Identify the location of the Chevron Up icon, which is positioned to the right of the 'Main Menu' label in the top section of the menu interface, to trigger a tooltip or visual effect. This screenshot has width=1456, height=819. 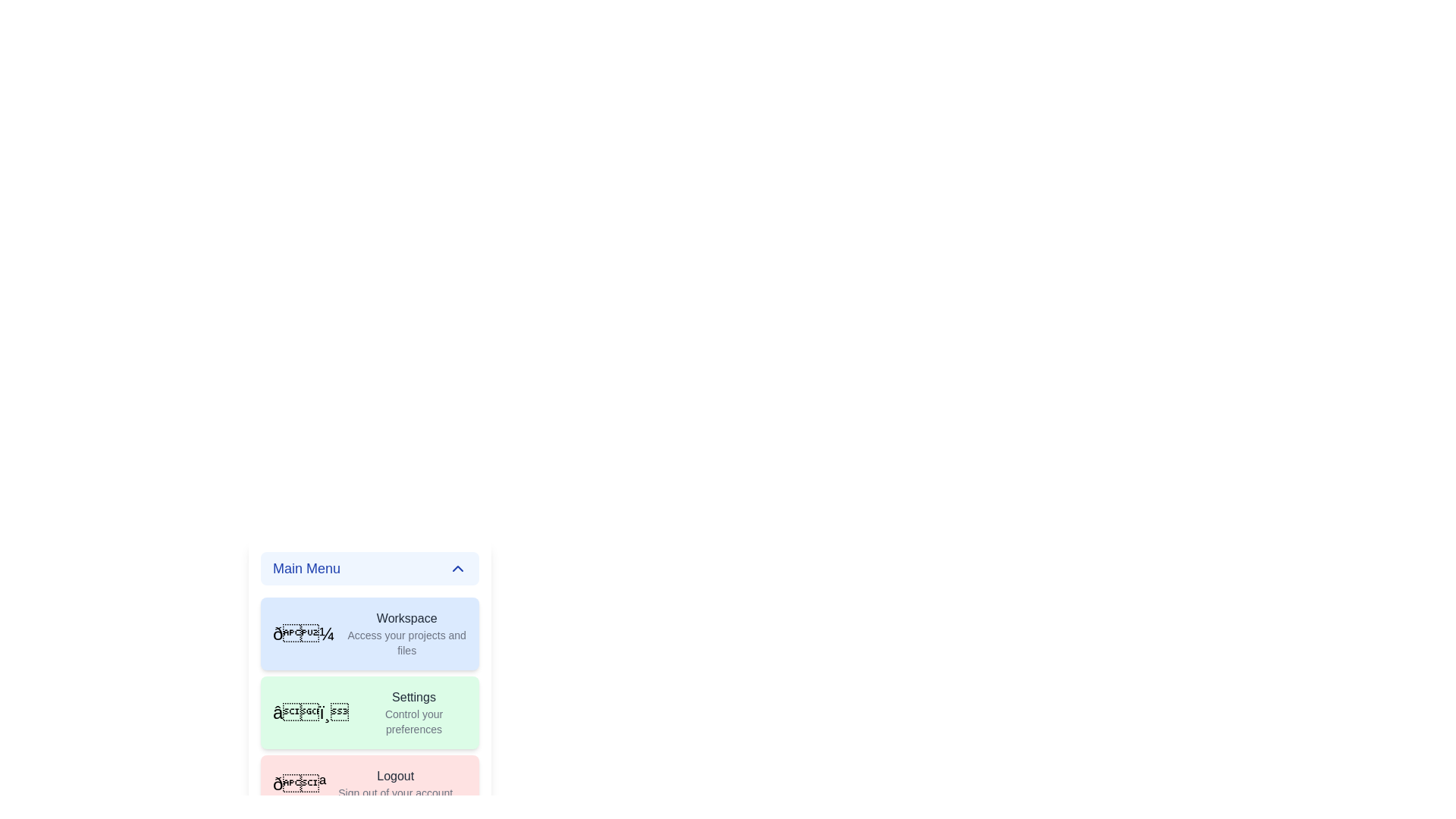
(457, 568).